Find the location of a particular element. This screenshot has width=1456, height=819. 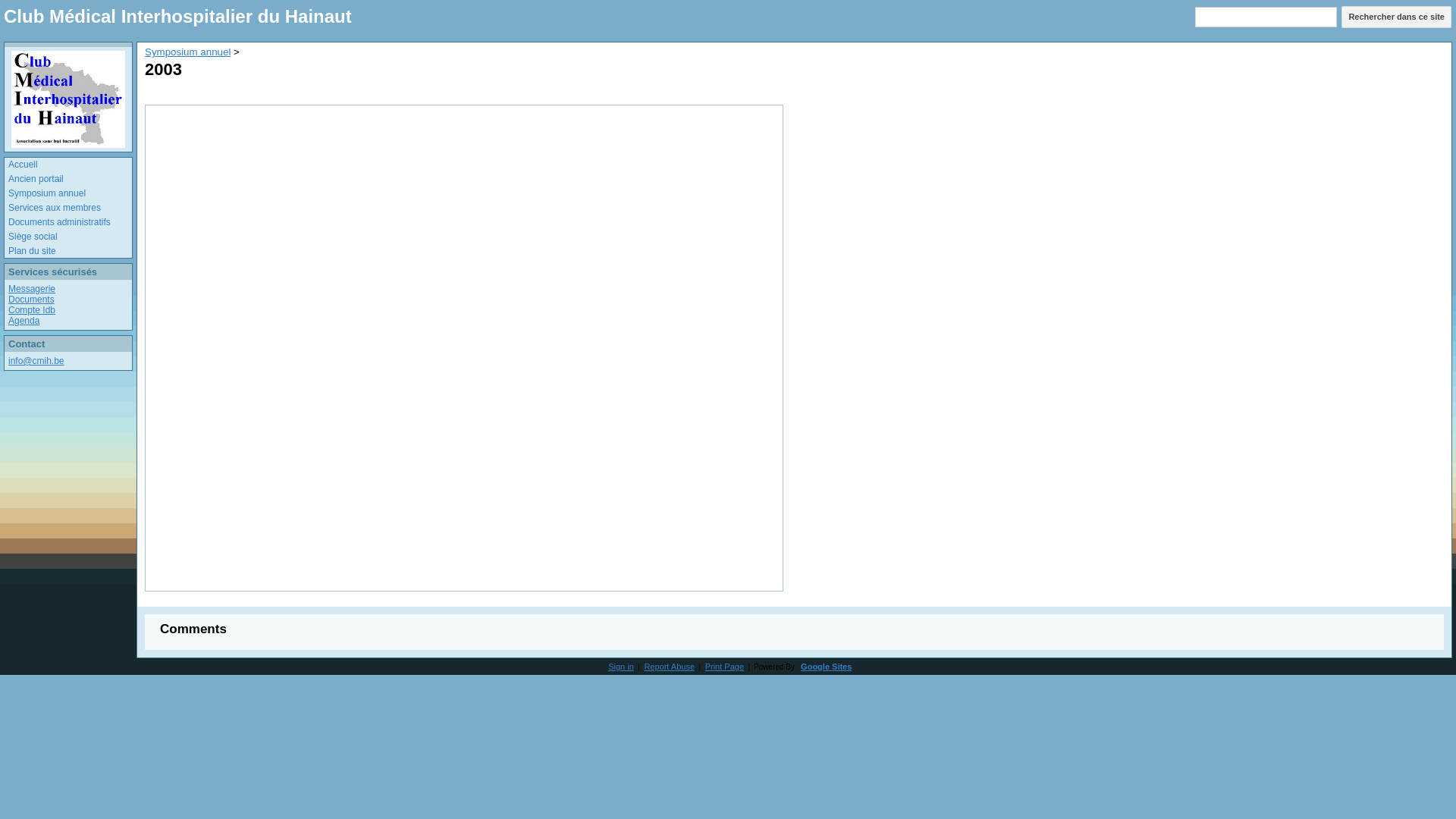

'Documents' is located at coordinates (31, 299).